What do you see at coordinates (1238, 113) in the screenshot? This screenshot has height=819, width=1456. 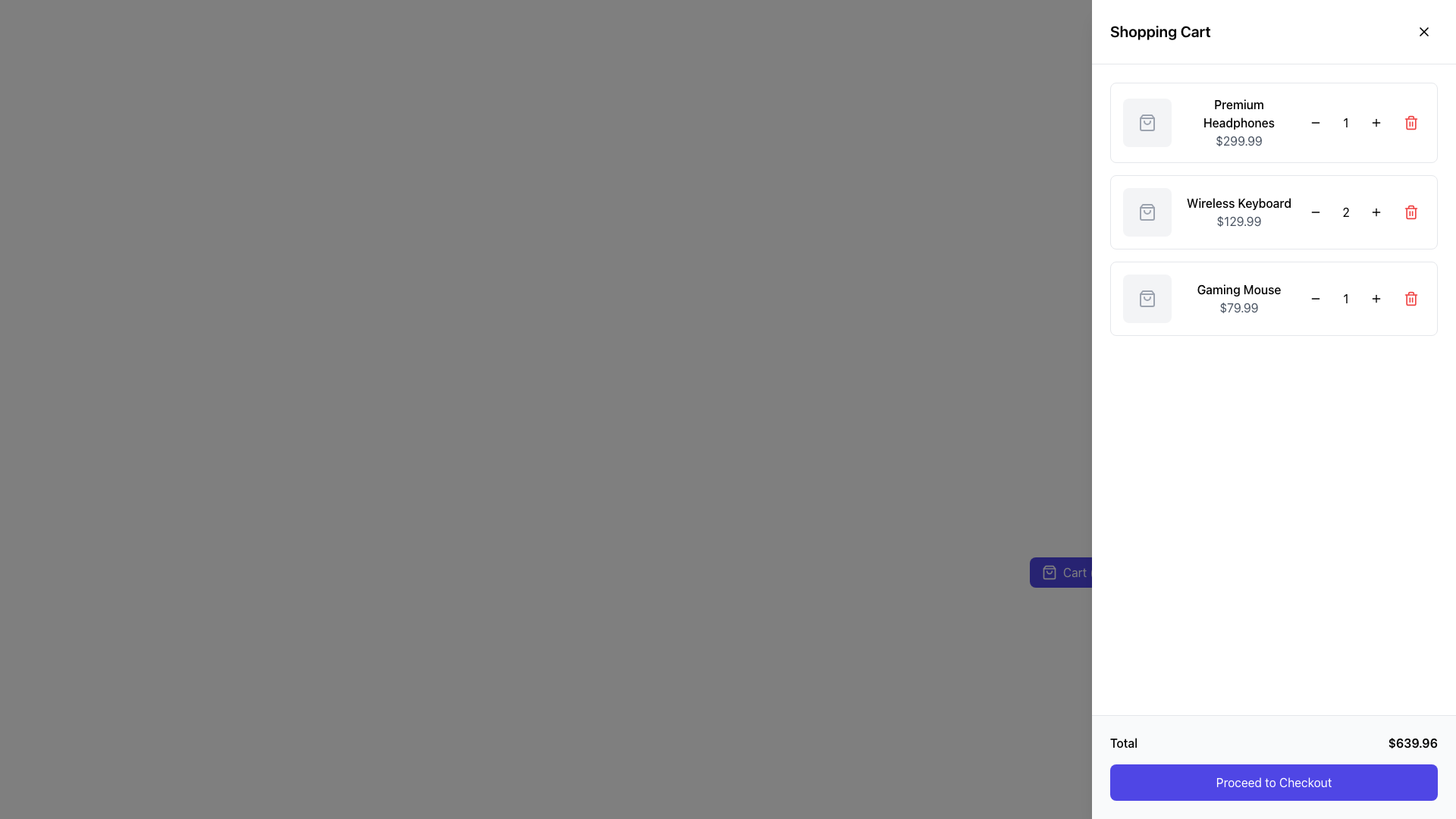 I see `assistive technology` at bounding box center [1238, 113].